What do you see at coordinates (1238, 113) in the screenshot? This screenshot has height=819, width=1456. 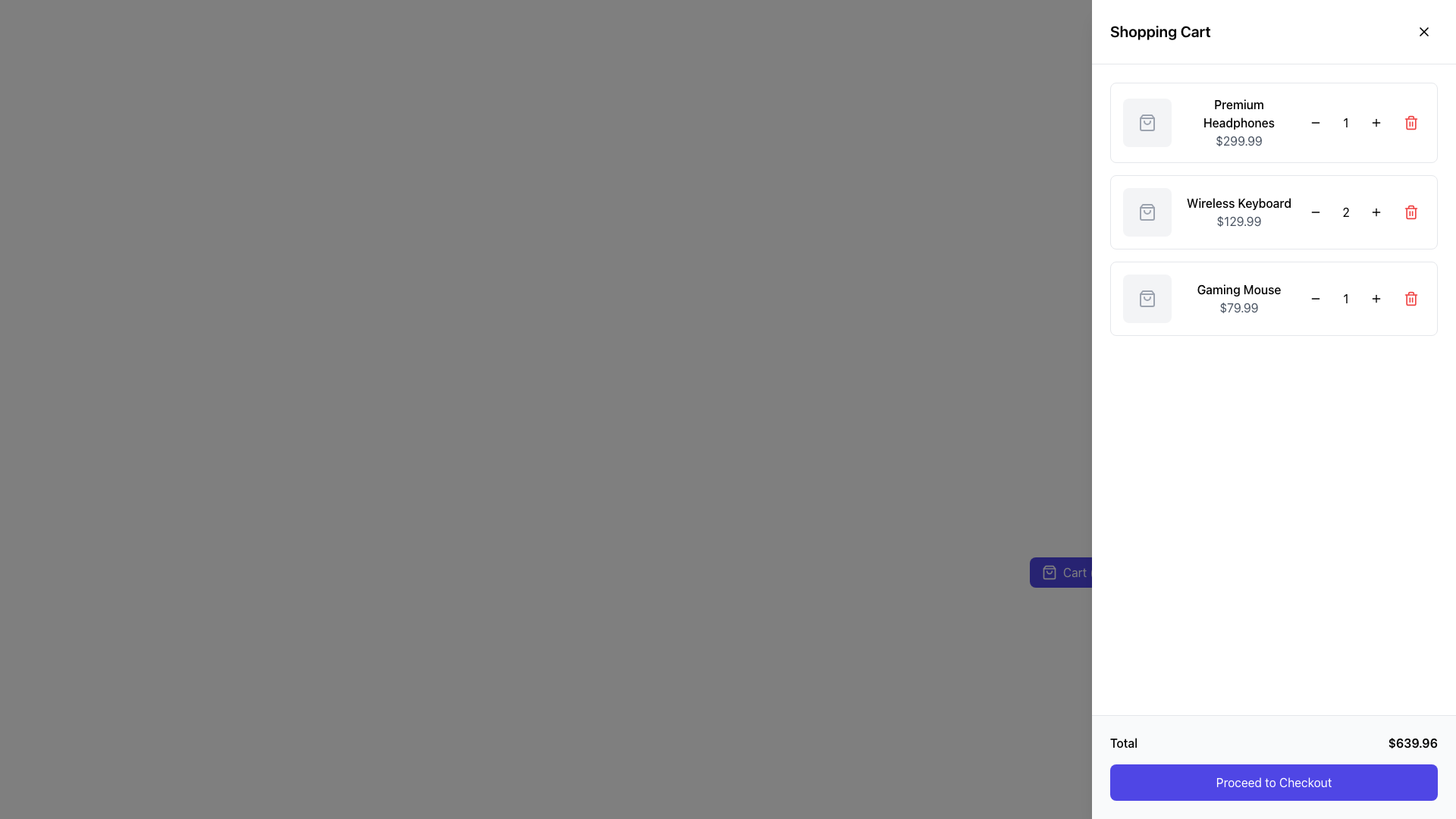 I see `assistive technology` at bounding box center [1238, 113].